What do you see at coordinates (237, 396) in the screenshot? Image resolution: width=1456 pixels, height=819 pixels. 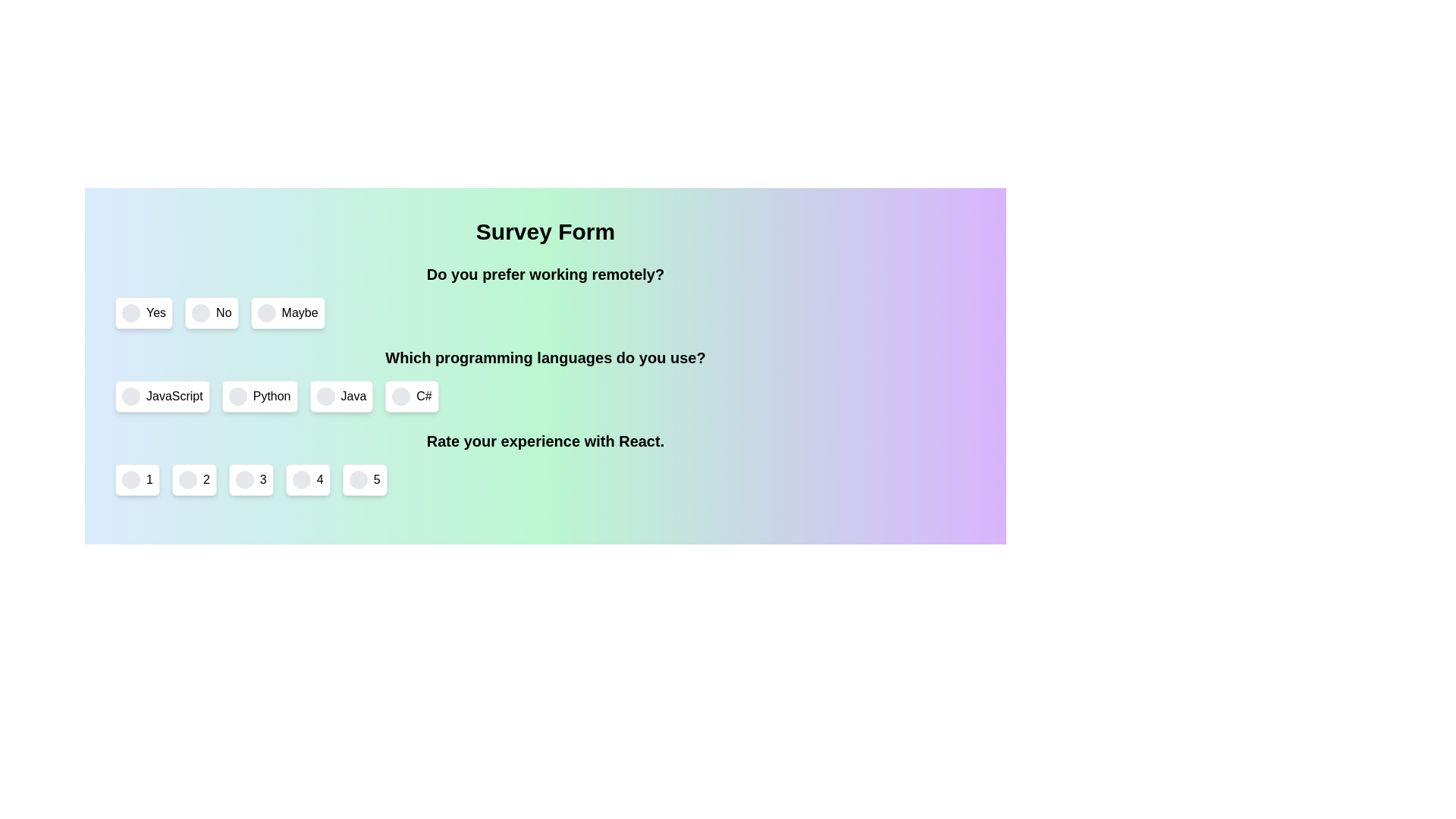 I see `the leftmost radio button for 'Python'` at bounding box center [237, 396].